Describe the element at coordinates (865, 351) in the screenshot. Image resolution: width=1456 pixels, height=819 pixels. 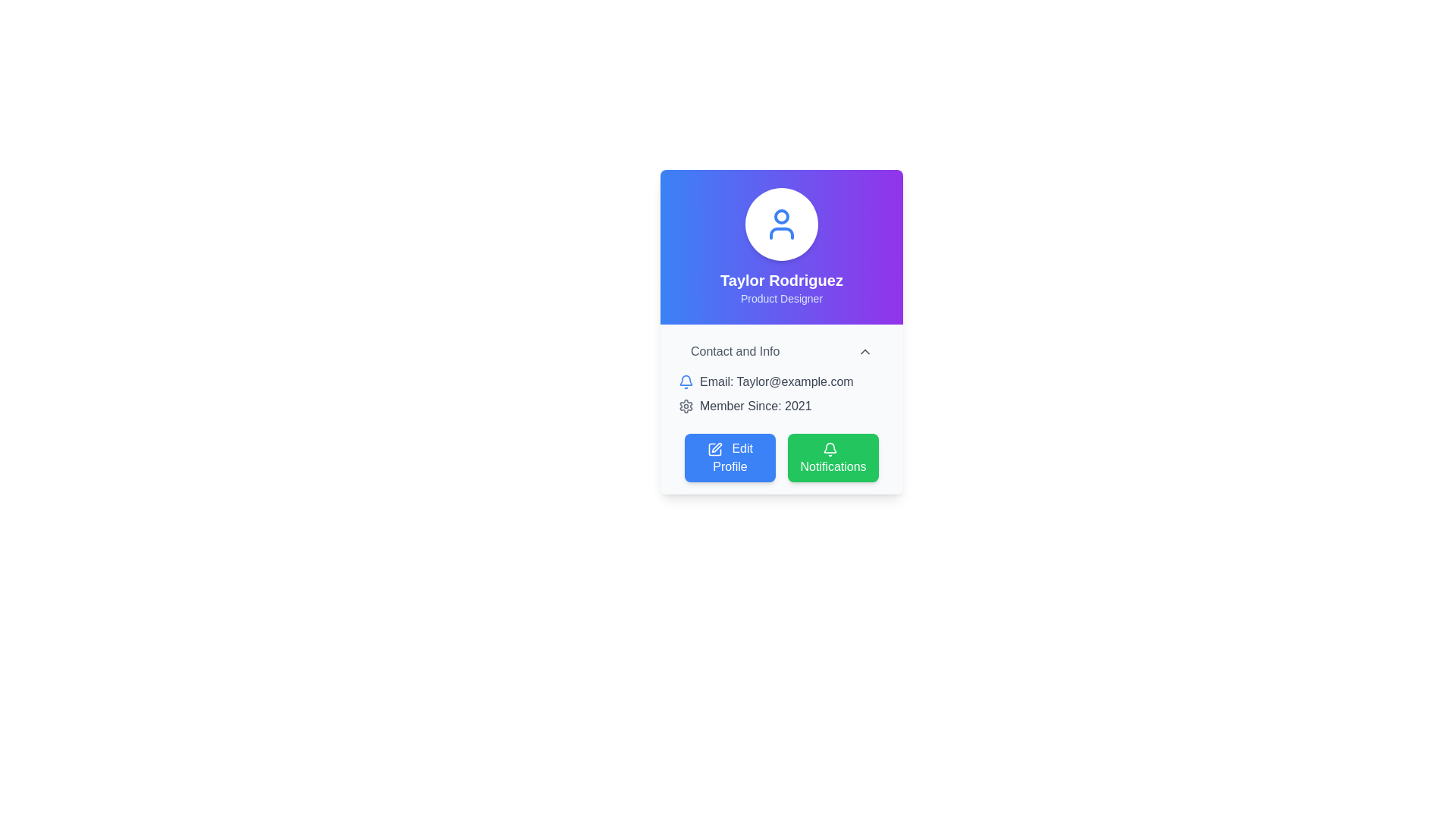
I see `the chevron icon located to the right of the 'Contact and Info' text` at that location.